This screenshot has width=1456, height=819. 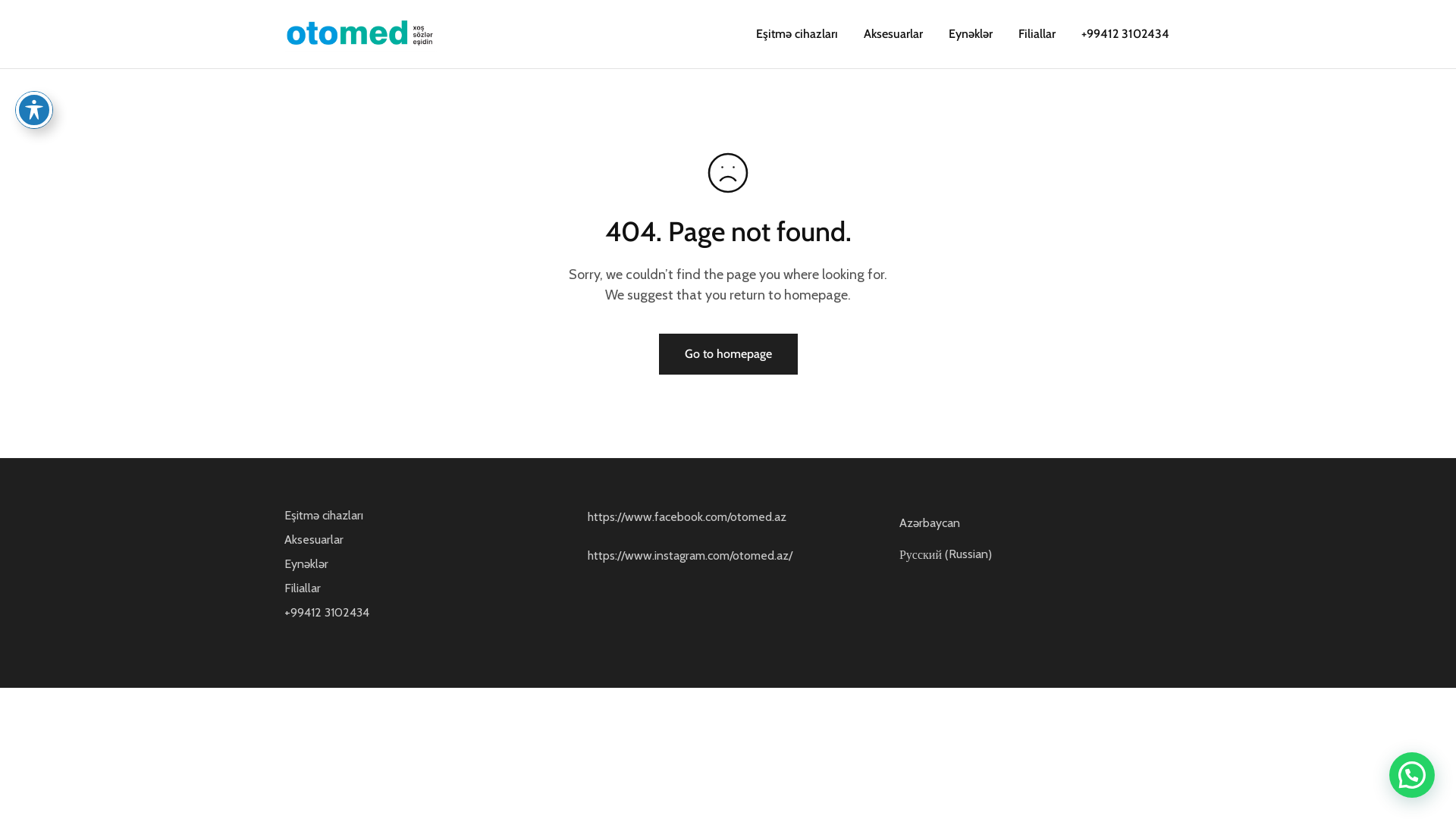 I want to click on '+99412 3102434', so click(x=1078, y=34).